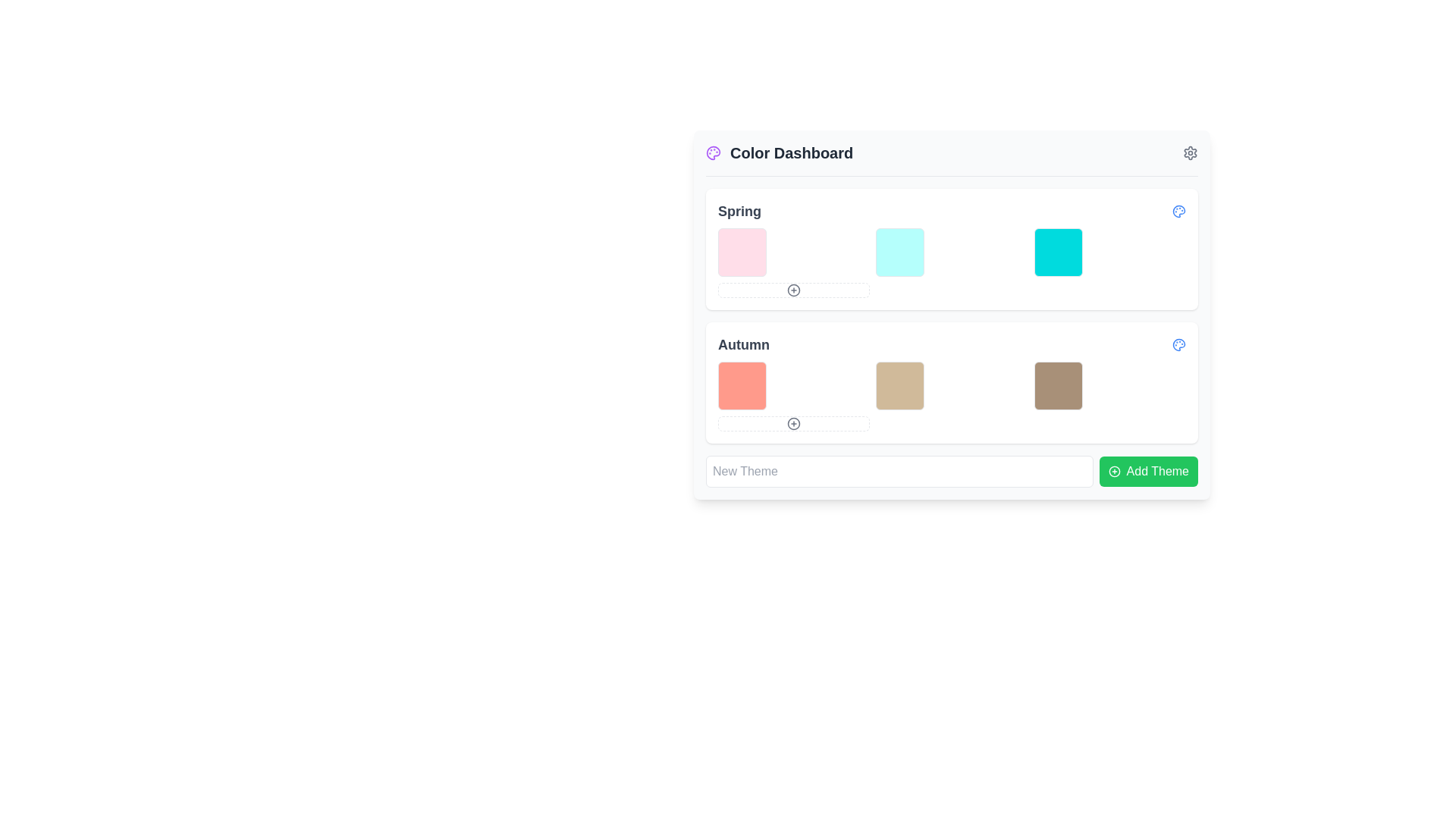 Image resolution: width=1456 pixels, height=819 pixels. What do you see at coordinates (1148, 470) in the screenshot?
I see `the 'Add Theme' button, which is a green rectangular button with rounded corners and a '+' icon on the left side of the text` at bounding box center [1148, 470].